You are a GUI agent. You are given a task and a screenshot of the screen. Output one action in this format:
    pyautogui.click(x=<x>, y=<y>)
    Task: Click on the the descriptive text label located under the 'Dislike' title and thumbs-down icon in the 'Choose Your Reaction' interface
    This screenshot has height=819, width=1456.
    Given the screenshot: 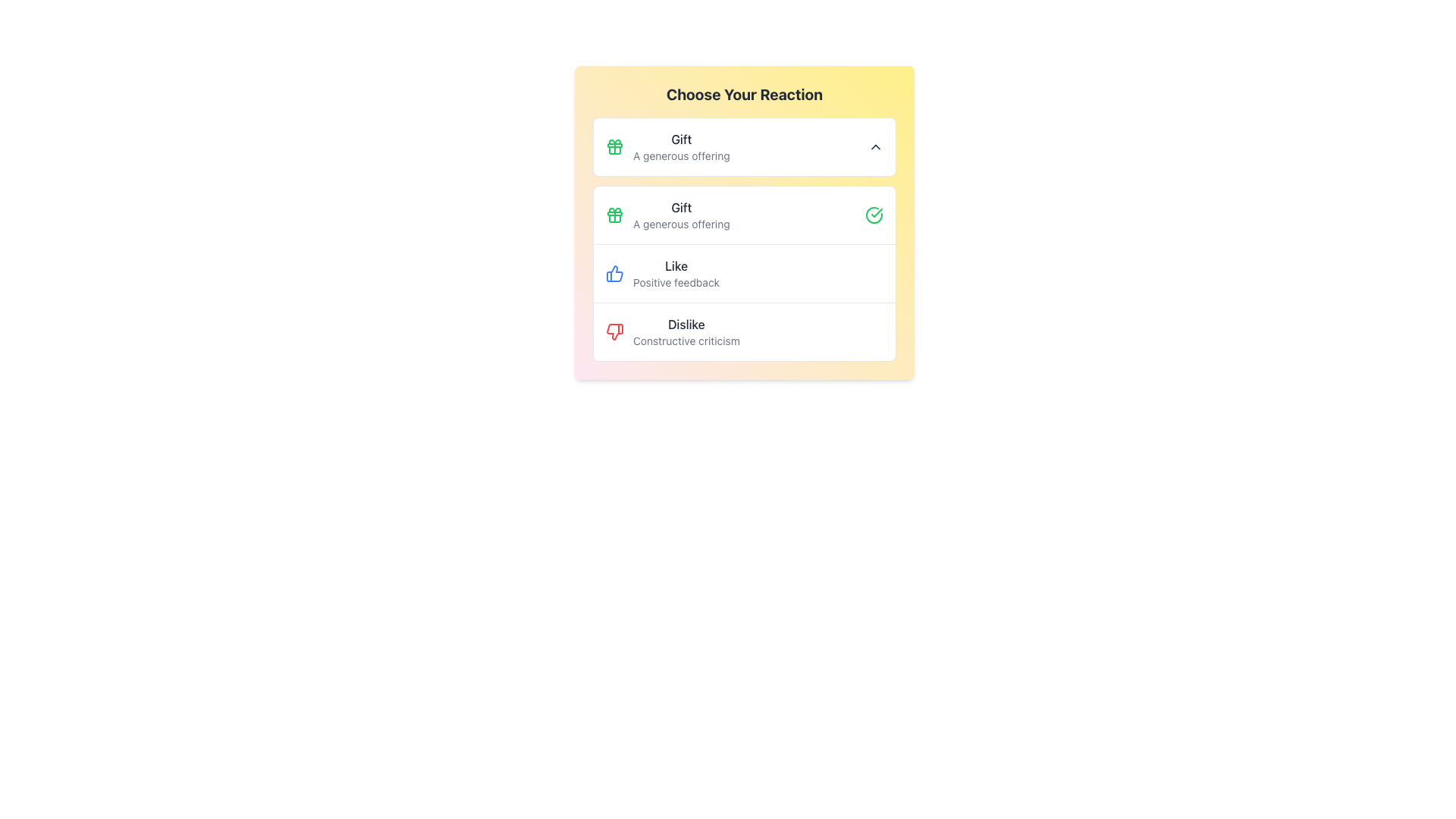 What is the action you would take?
    pyautogui.click(x=686, y=341)
    